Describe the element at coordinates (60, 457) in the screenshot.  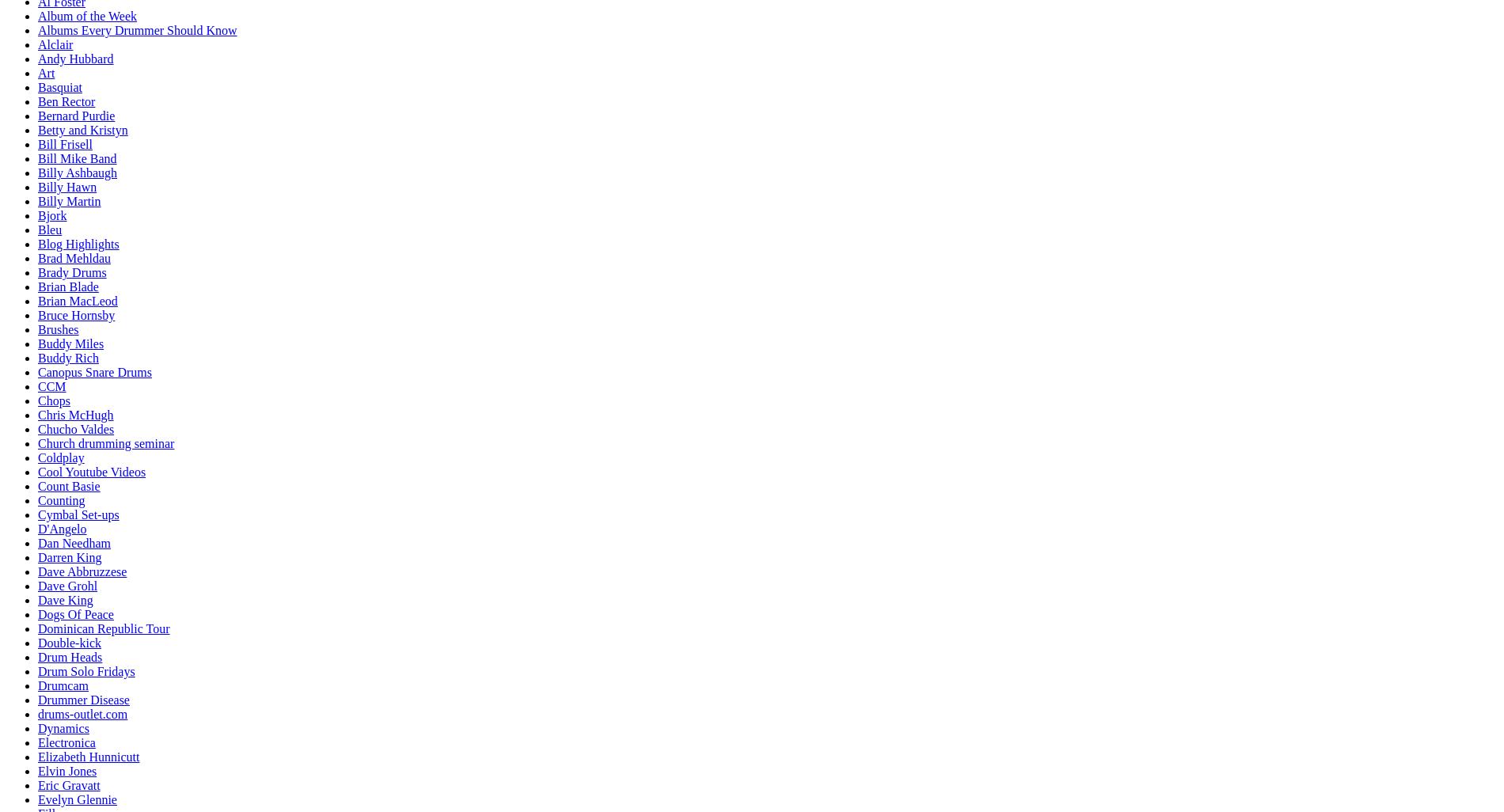
I see `'Coldplay'` at that location.